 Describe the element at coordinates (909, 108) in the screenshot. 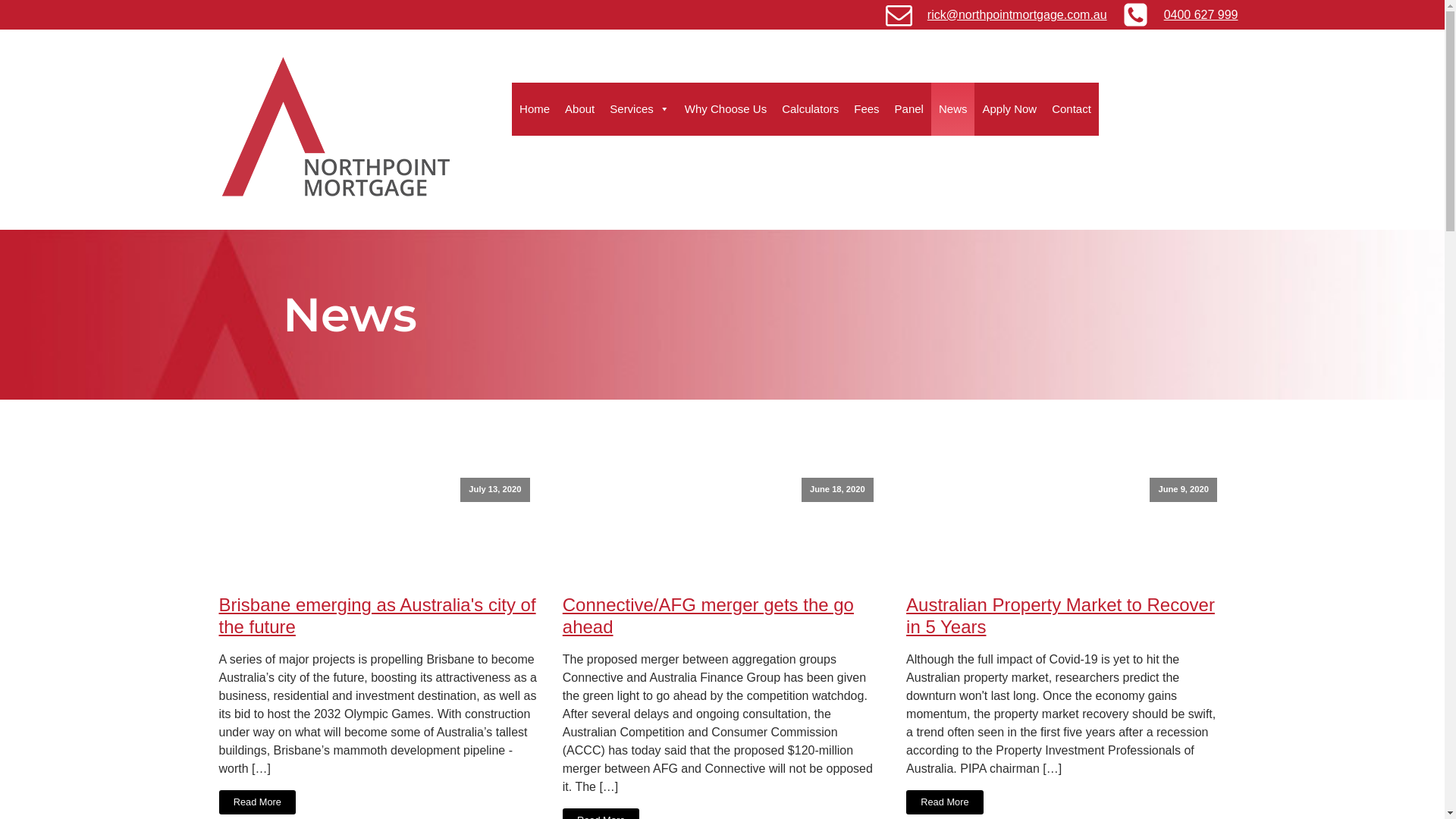

I see `'Panel'` at that location.